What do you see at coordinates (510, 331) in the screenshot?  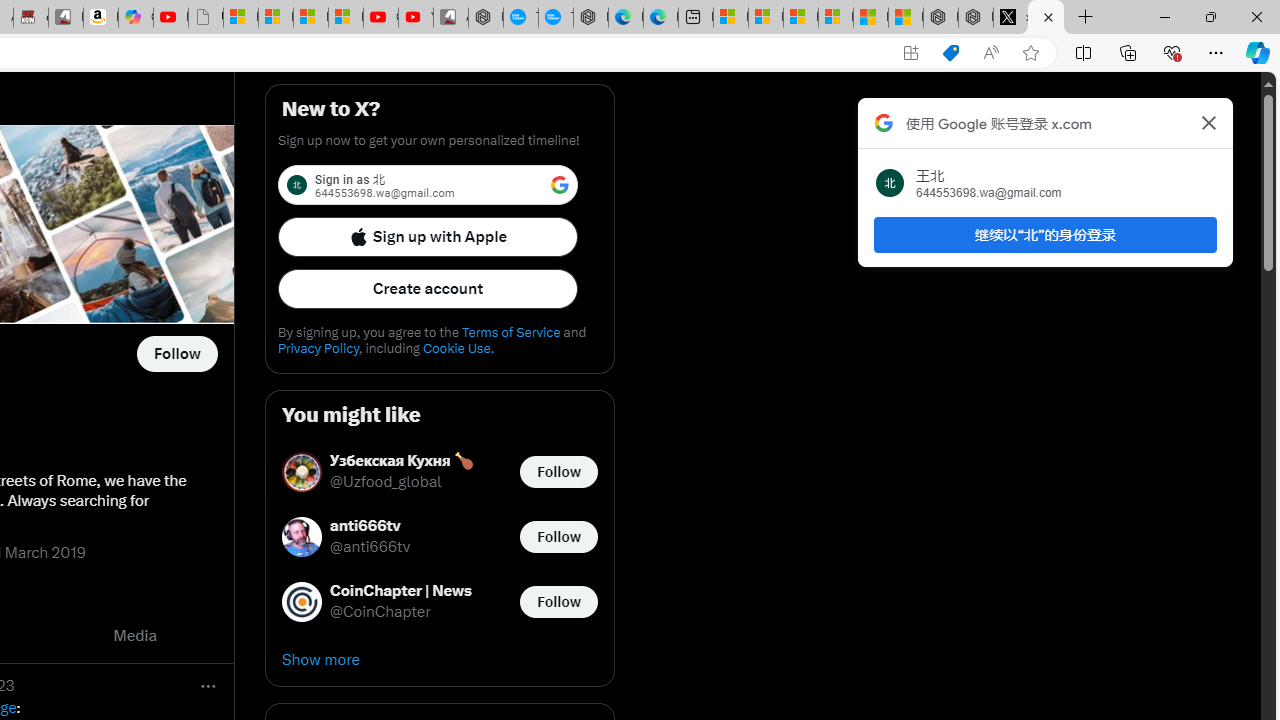 I see `'Terms of Service'` at bounding box center [510, 331].